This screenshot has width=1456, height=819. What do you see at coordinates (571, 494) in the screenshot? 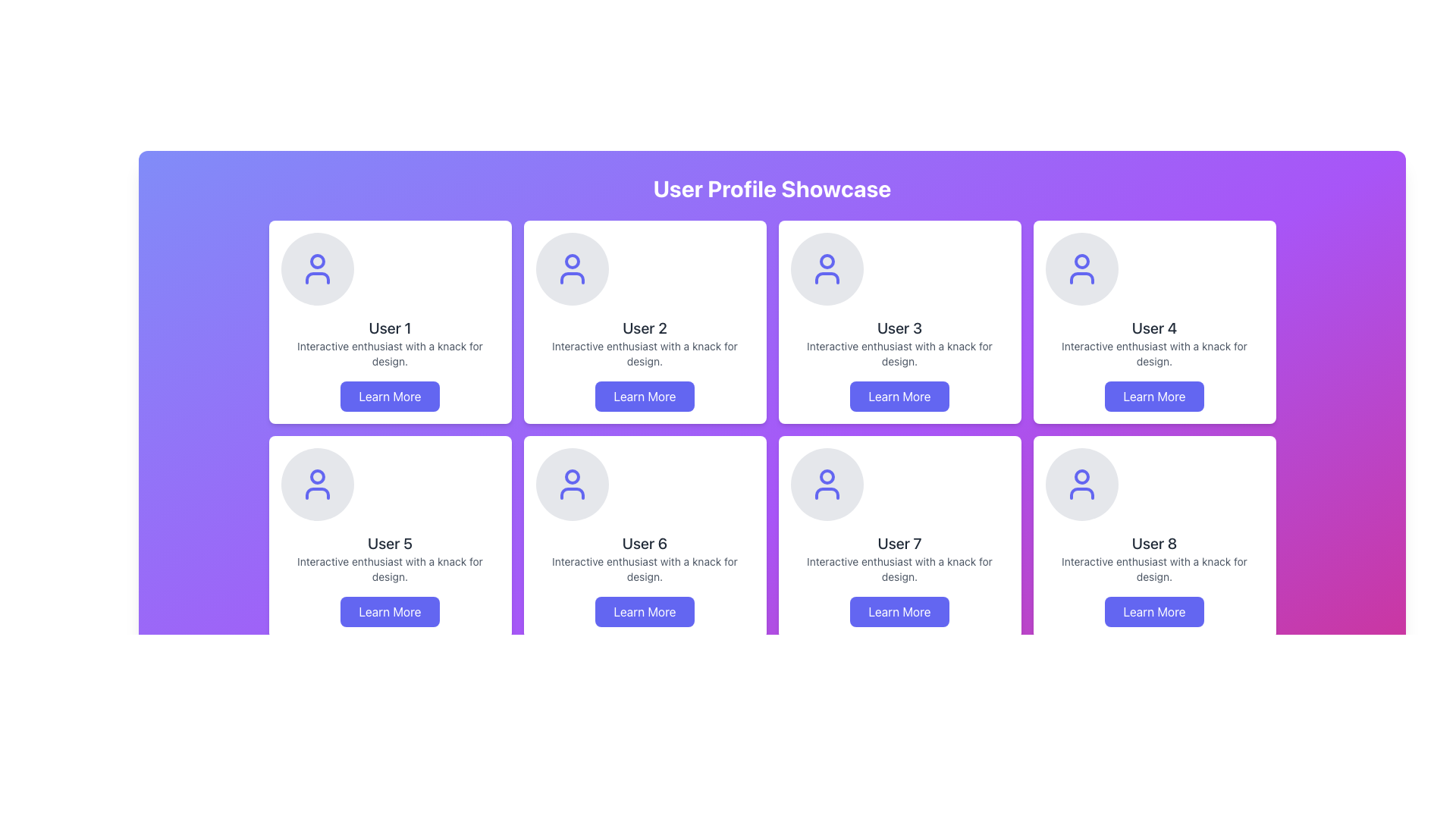
I see `the lower half of the user icon in the 'User 6' profile card, which is part of a two-part user icon consisting of a circular head and a body outline` at bounding box center [571, 494].